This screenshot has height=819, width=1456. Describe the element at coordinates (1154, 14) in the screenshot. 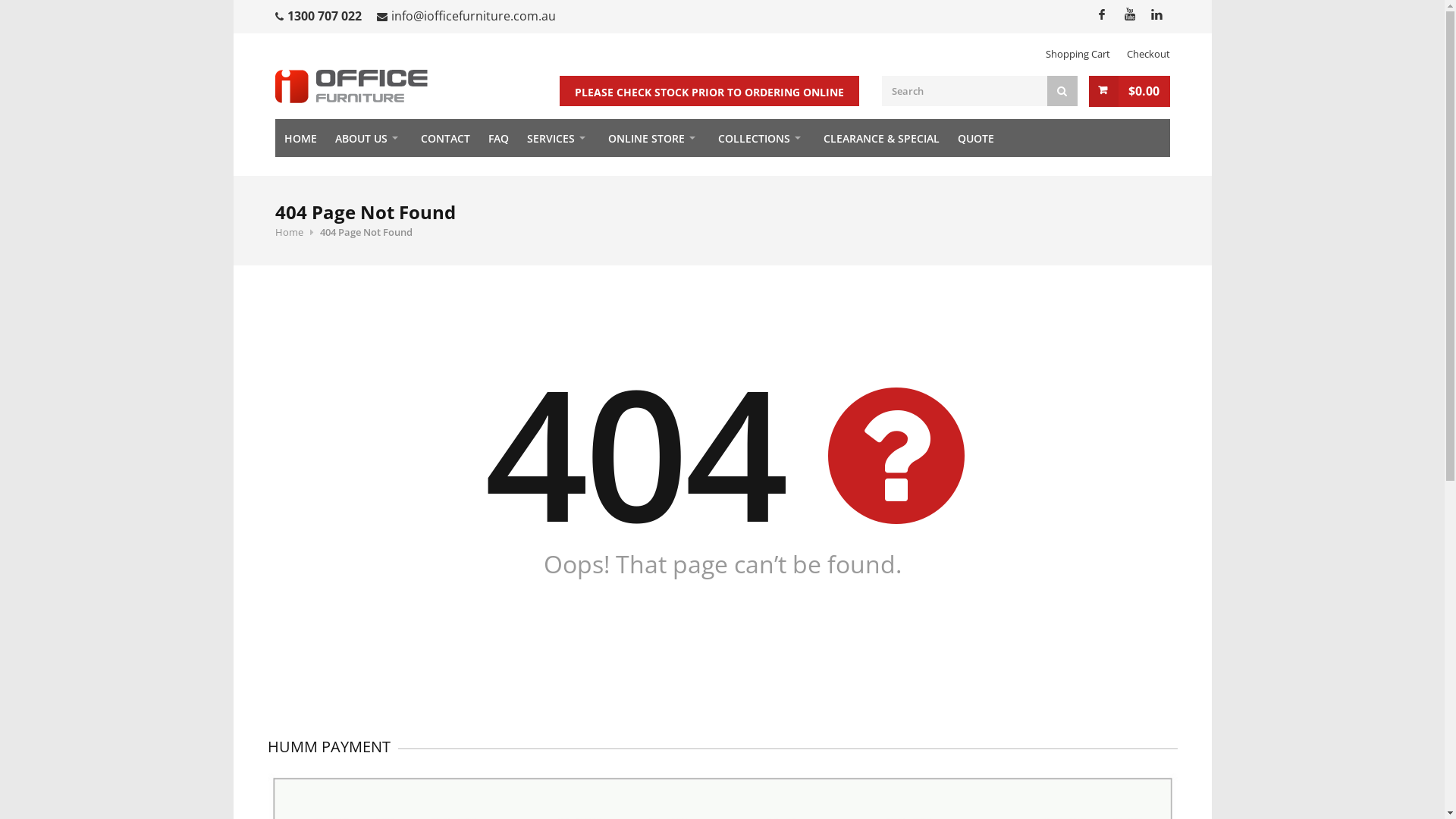

I see `'LinkedIn'` at that location.